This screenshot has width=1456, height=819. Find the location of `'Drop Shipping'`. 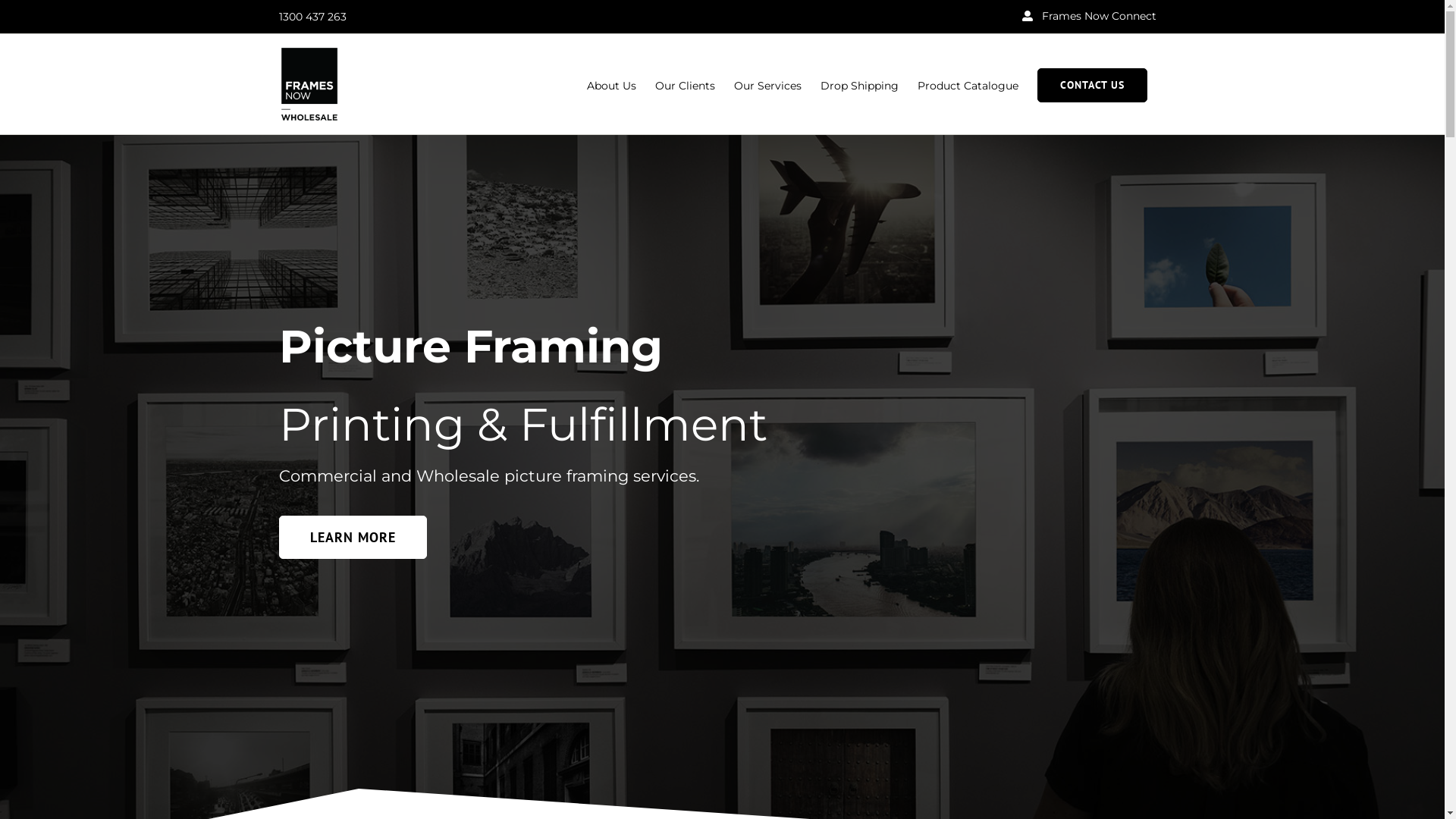

'Drop Shipping' is located at coordinates (859, 84).